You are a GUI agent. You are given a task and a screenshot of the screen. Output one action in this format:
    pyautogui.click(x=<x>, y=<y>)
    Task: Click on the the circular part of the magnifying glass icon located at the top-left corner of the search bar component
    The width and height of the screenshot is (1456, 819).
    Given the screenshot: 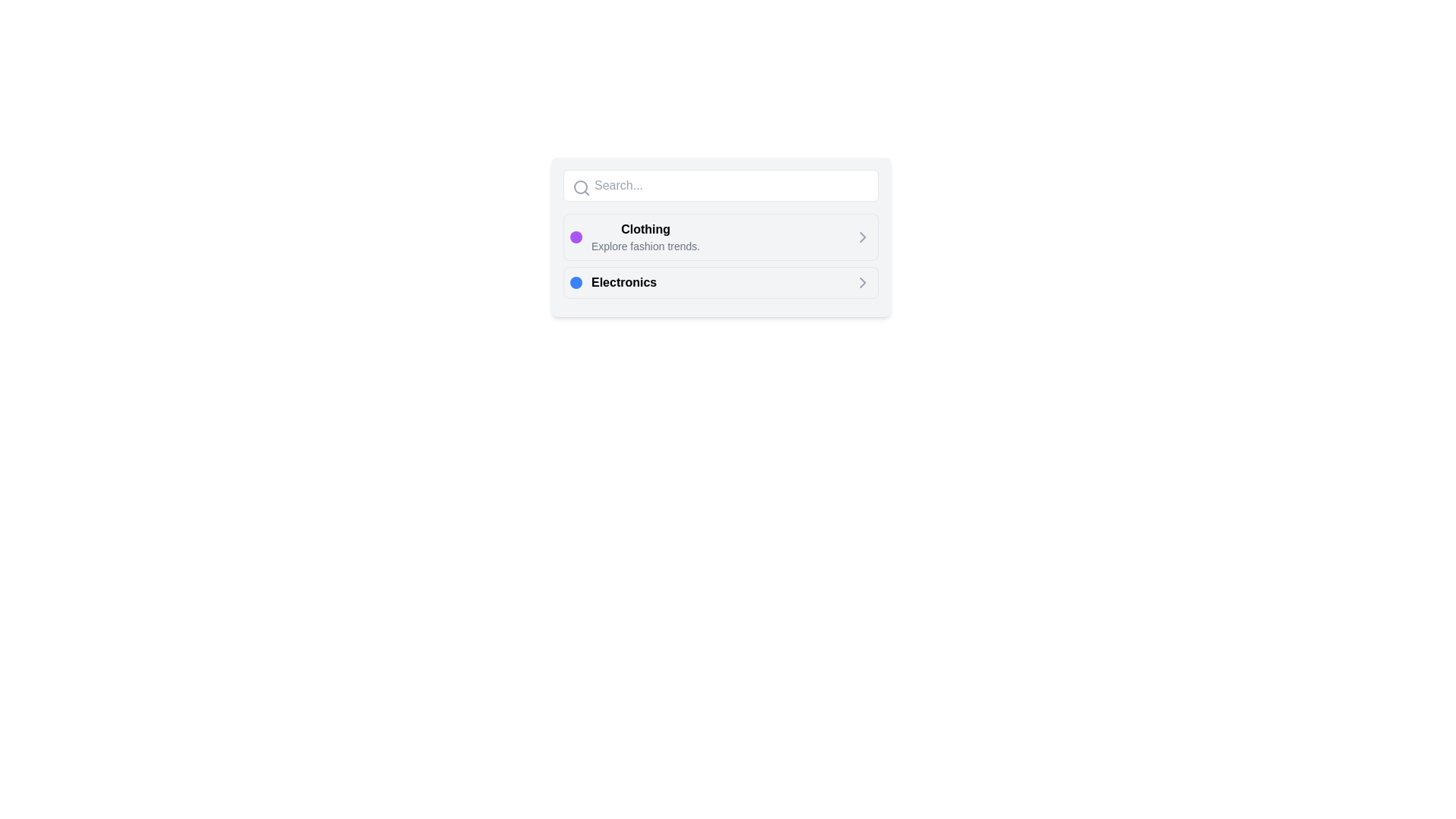 What is the action you would take?
    pyautogui.click(x=580, y=186)
    